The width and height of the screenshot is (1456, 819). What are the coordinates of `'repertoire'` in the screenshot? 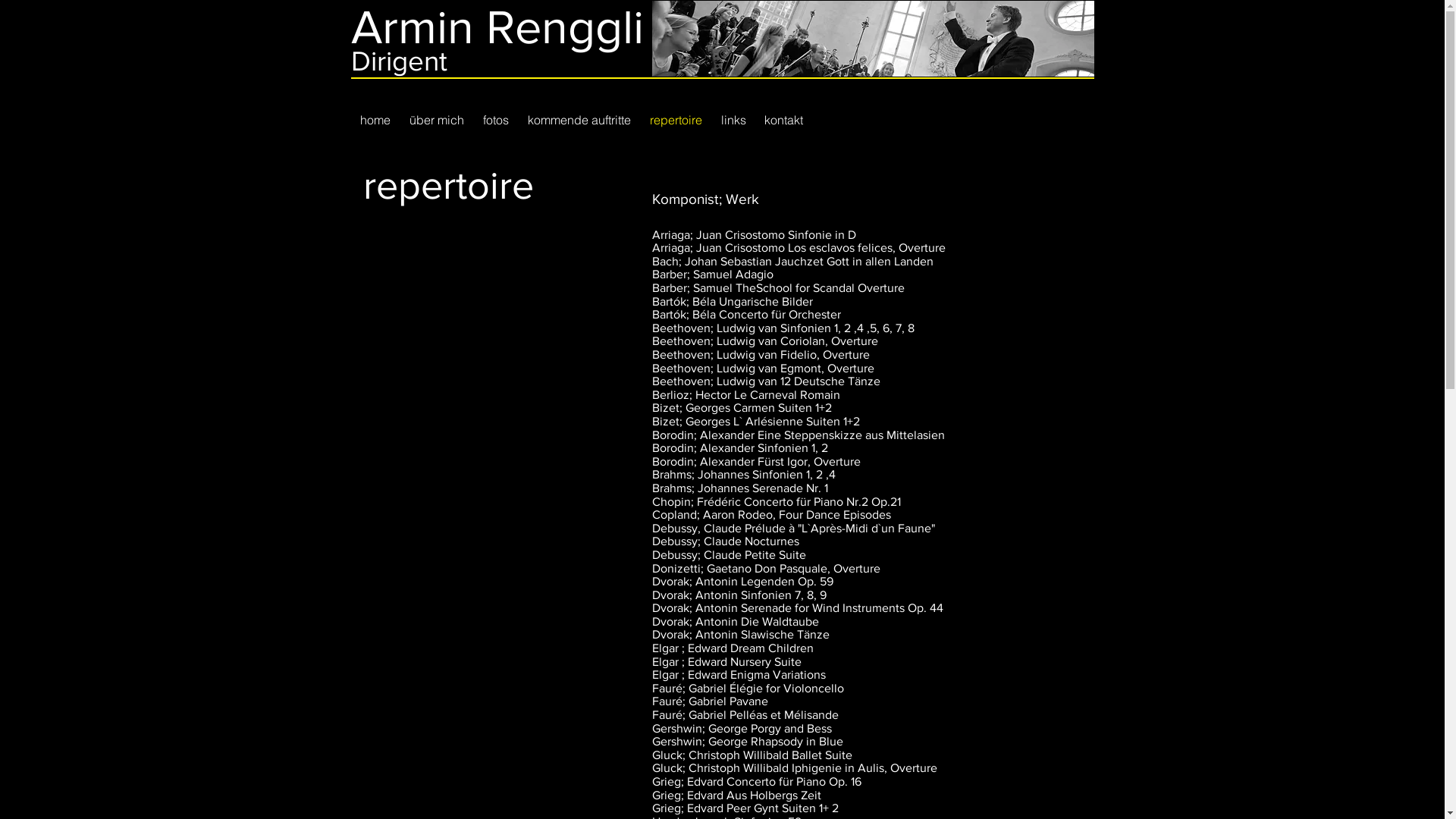 It's located at (675, 119).